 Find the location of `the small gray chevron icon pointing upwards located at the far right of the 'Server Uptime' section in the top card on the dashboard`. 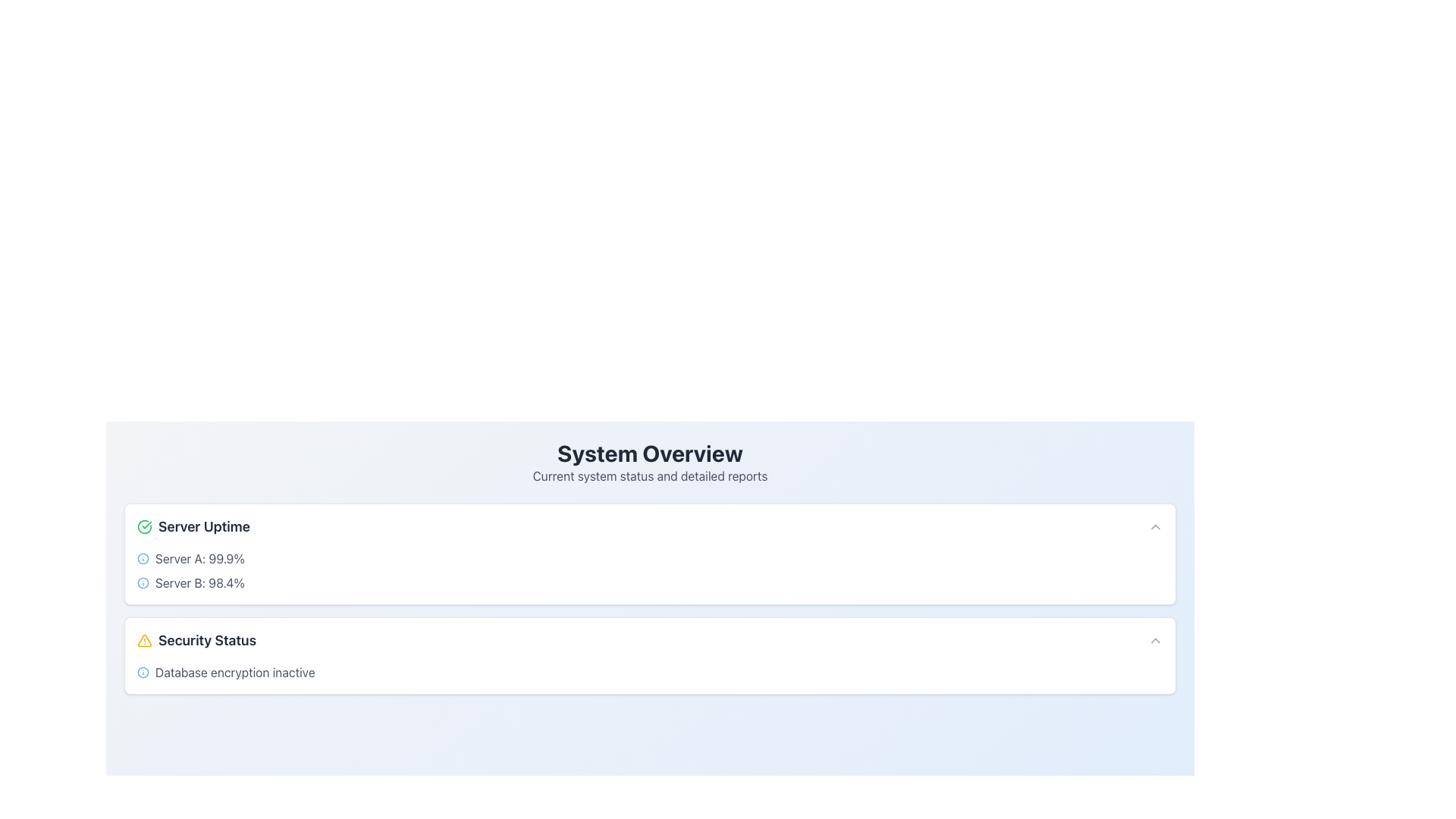

the small gray chevron icon pointing upwards located at the far right of the 'Server Uptime' section in the top card on the dashboard is located at coordinates (1154, 526).